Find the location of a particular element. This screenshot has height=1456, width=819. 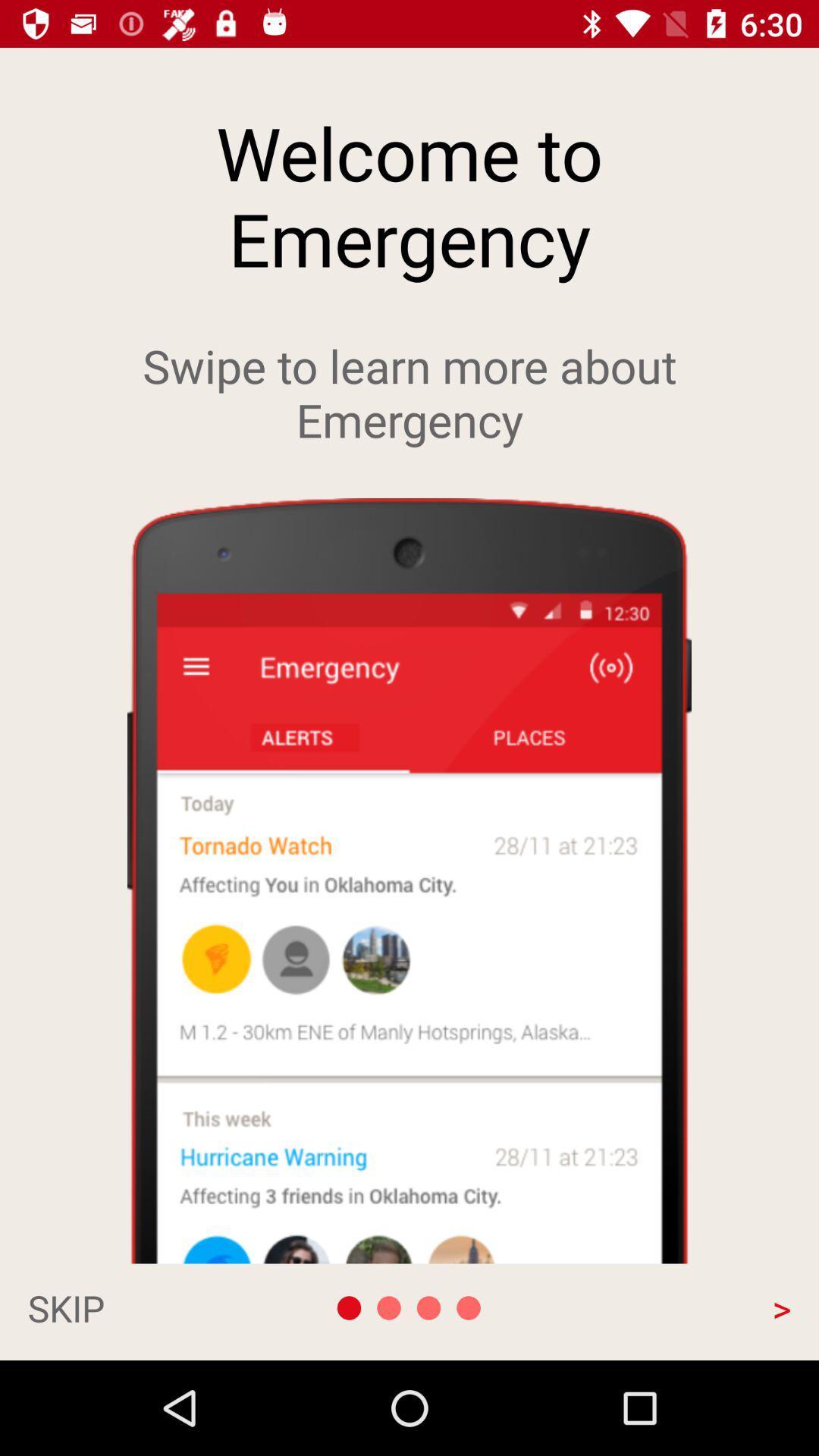

the skip icon is located at coordinates (141, 1307).